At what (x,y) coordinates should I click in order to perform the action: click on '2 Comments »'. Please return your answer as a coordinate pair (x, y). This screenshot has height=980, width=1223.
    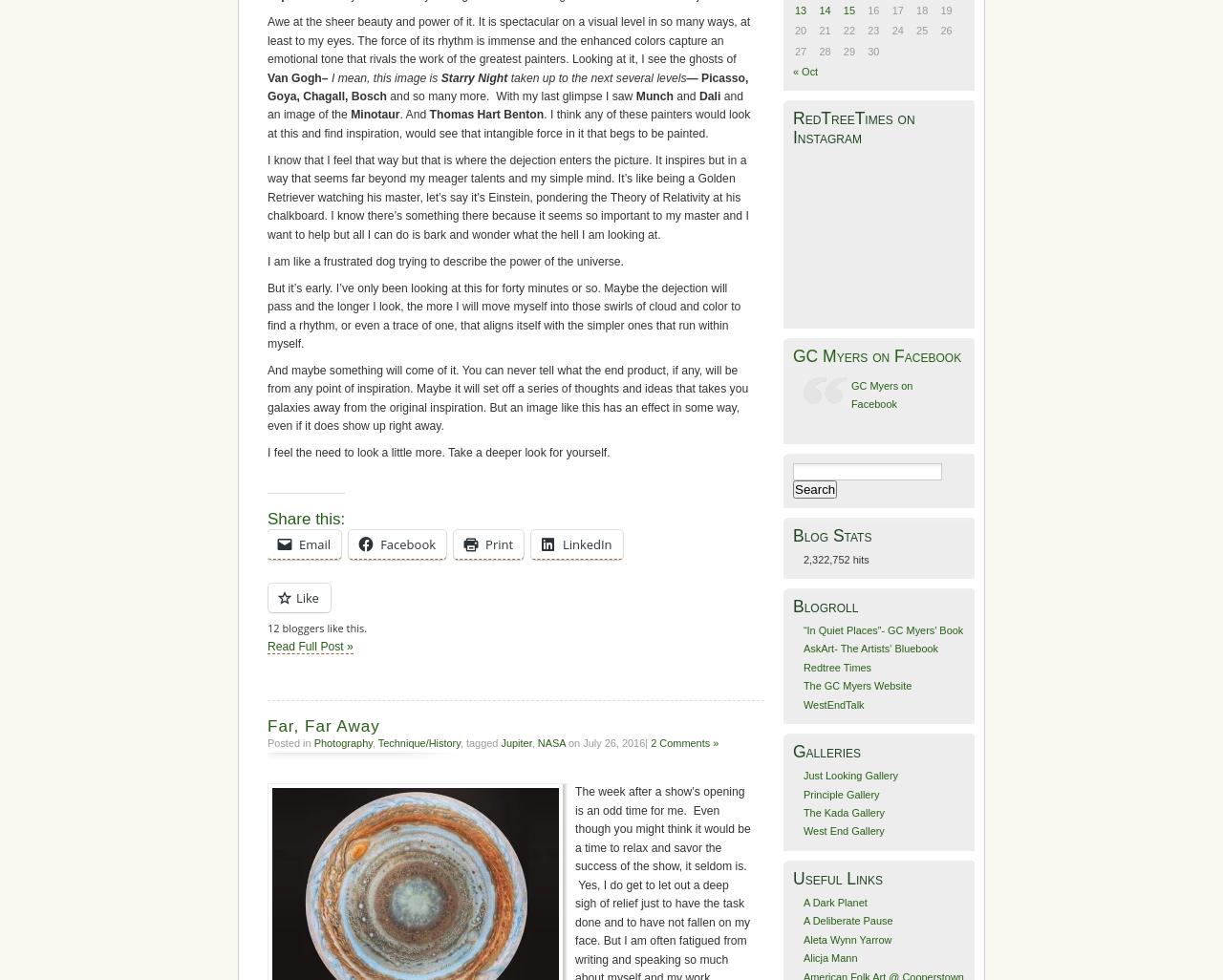
    Looking at the image, I should click on (650, 742).